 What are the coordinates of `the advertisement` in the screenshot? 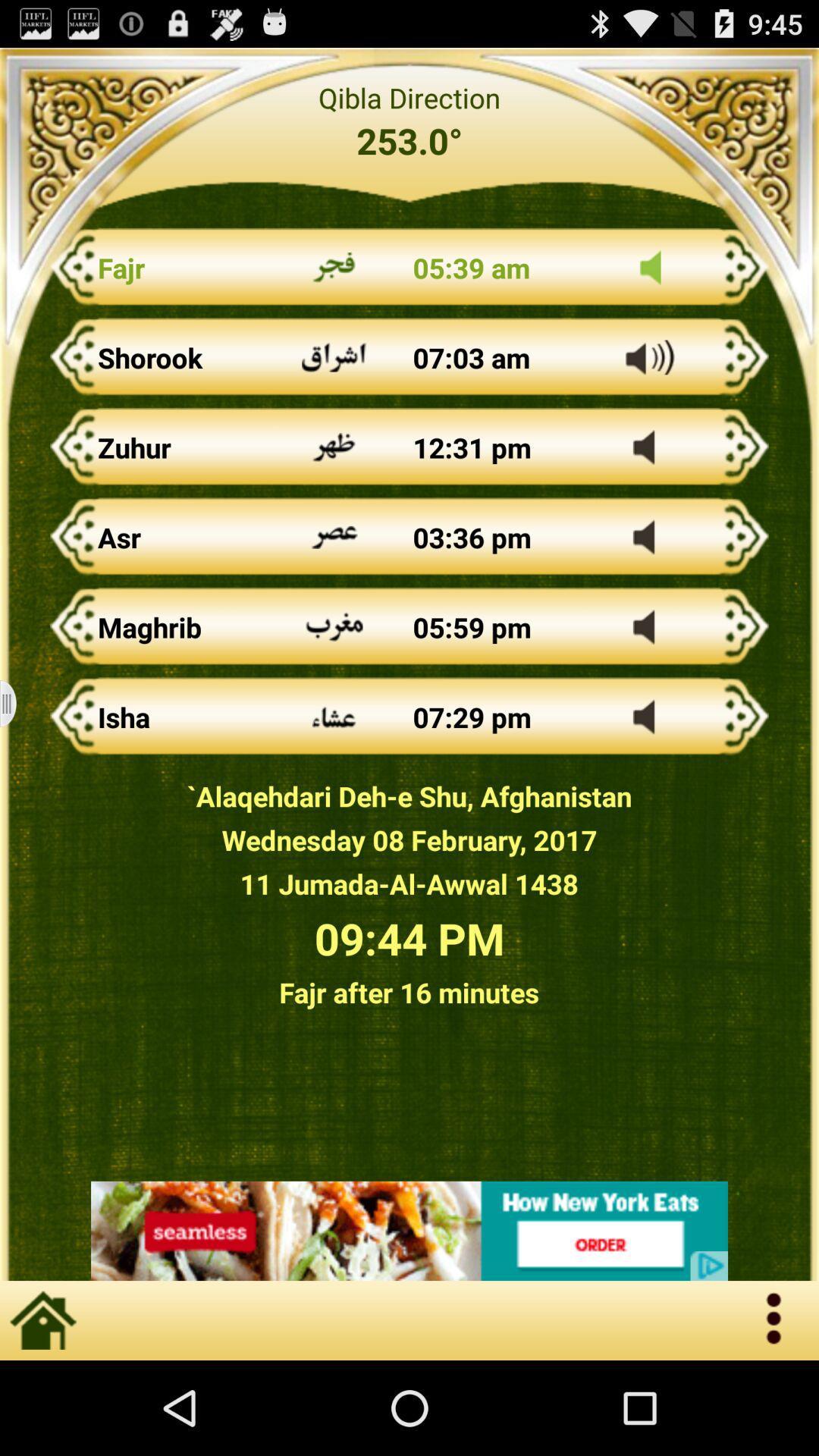 It's located at (409, 1231).